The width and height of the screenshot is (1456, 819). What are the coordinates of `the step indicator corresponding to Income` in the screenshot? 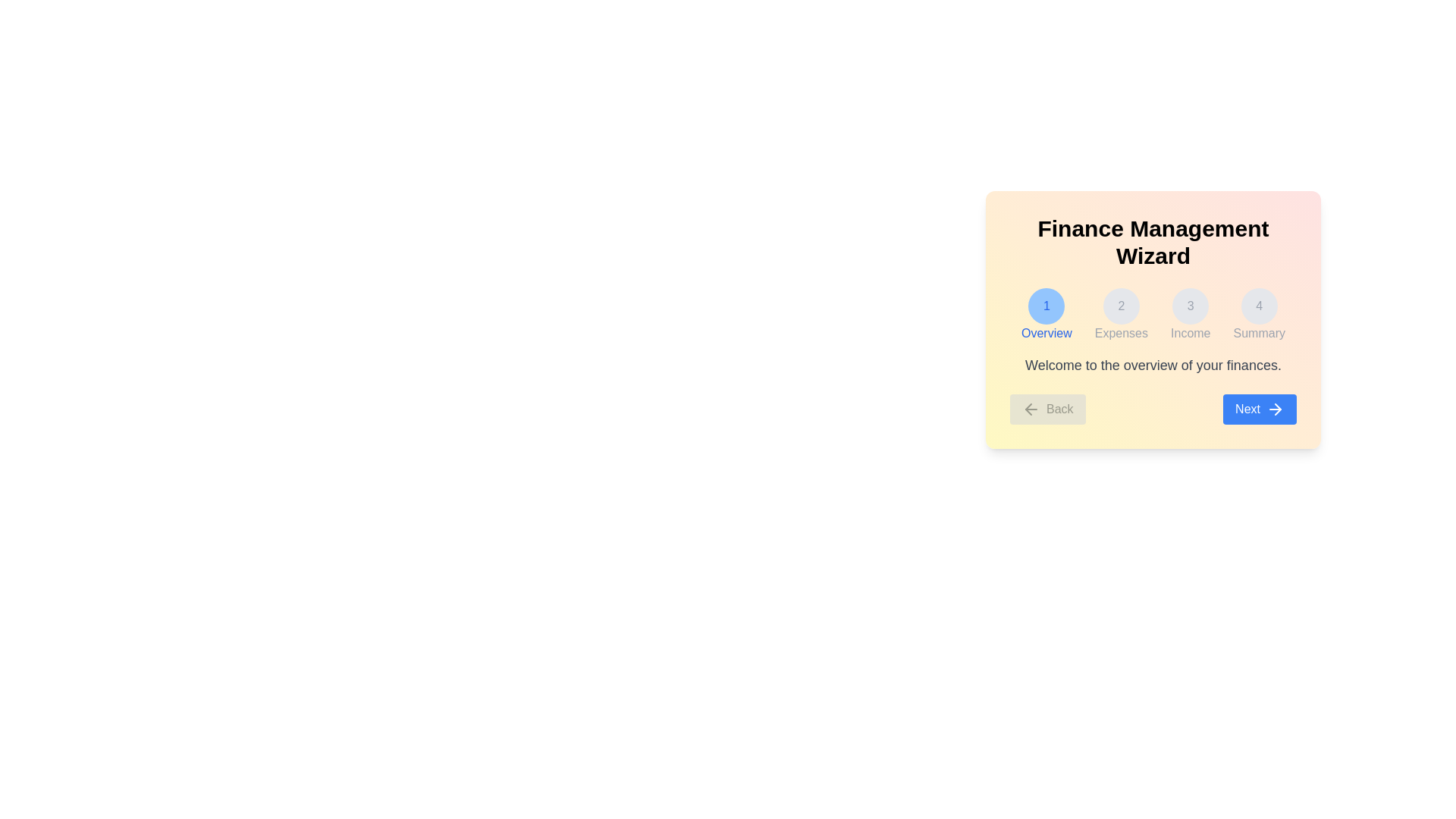 It's located at (1190, 315).